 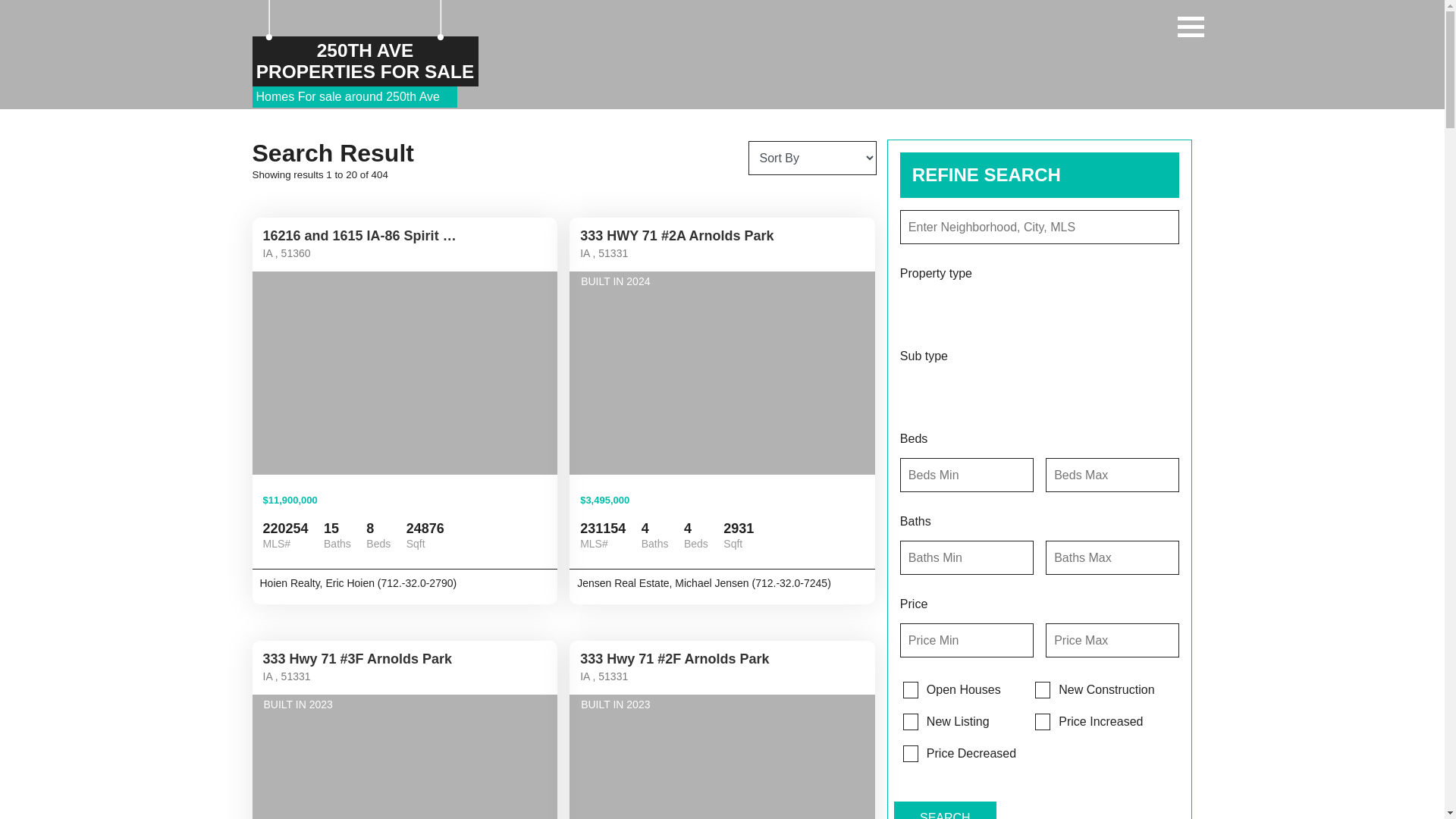 I want to click on 'BUILT IN 2024', so click(x=721, y=373).